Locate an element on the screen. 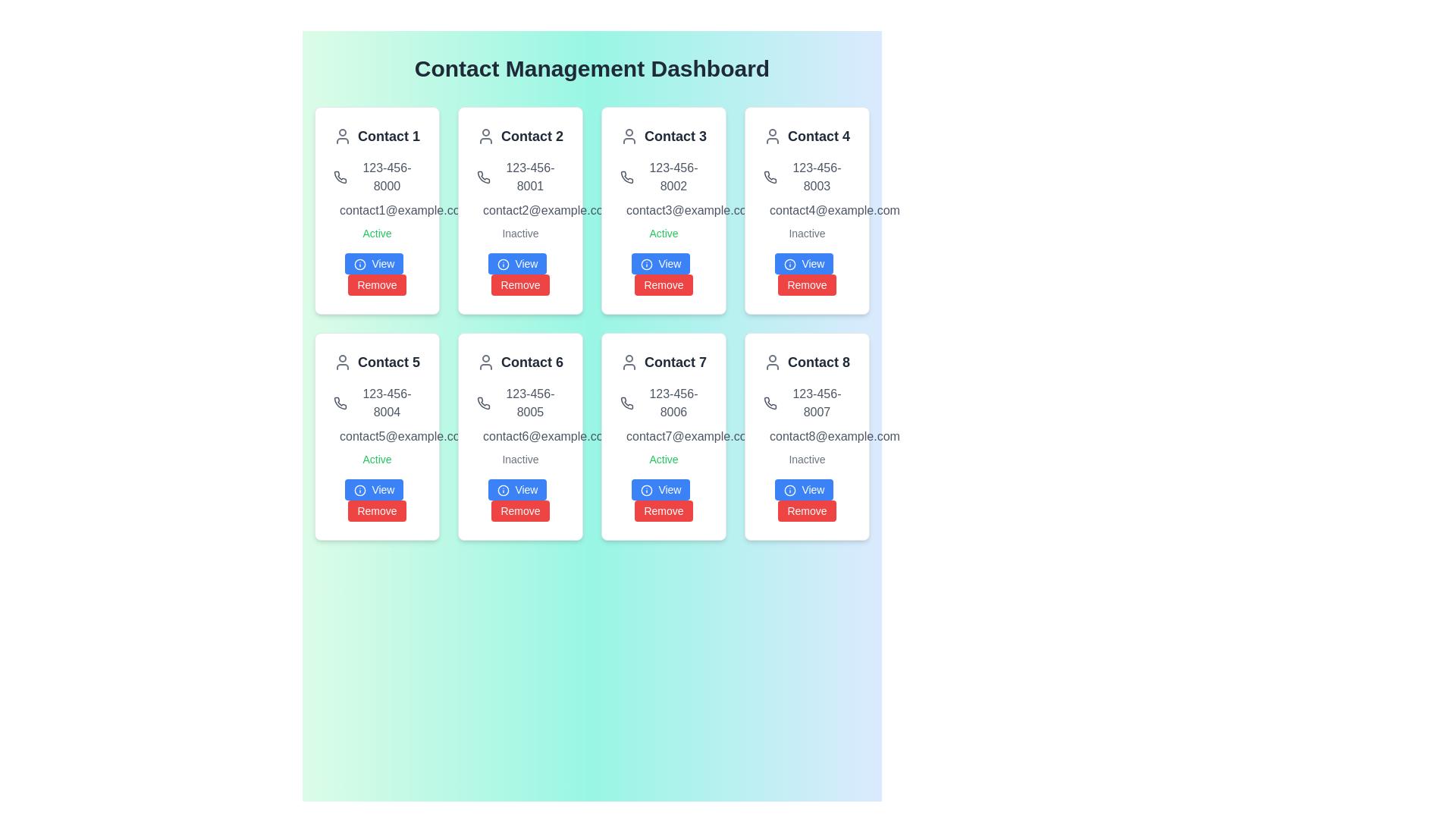  the information icon SVG graphic located within the 'View' button in the first card of the top row, next to the text 'View' is located at coordinates (359, 264).